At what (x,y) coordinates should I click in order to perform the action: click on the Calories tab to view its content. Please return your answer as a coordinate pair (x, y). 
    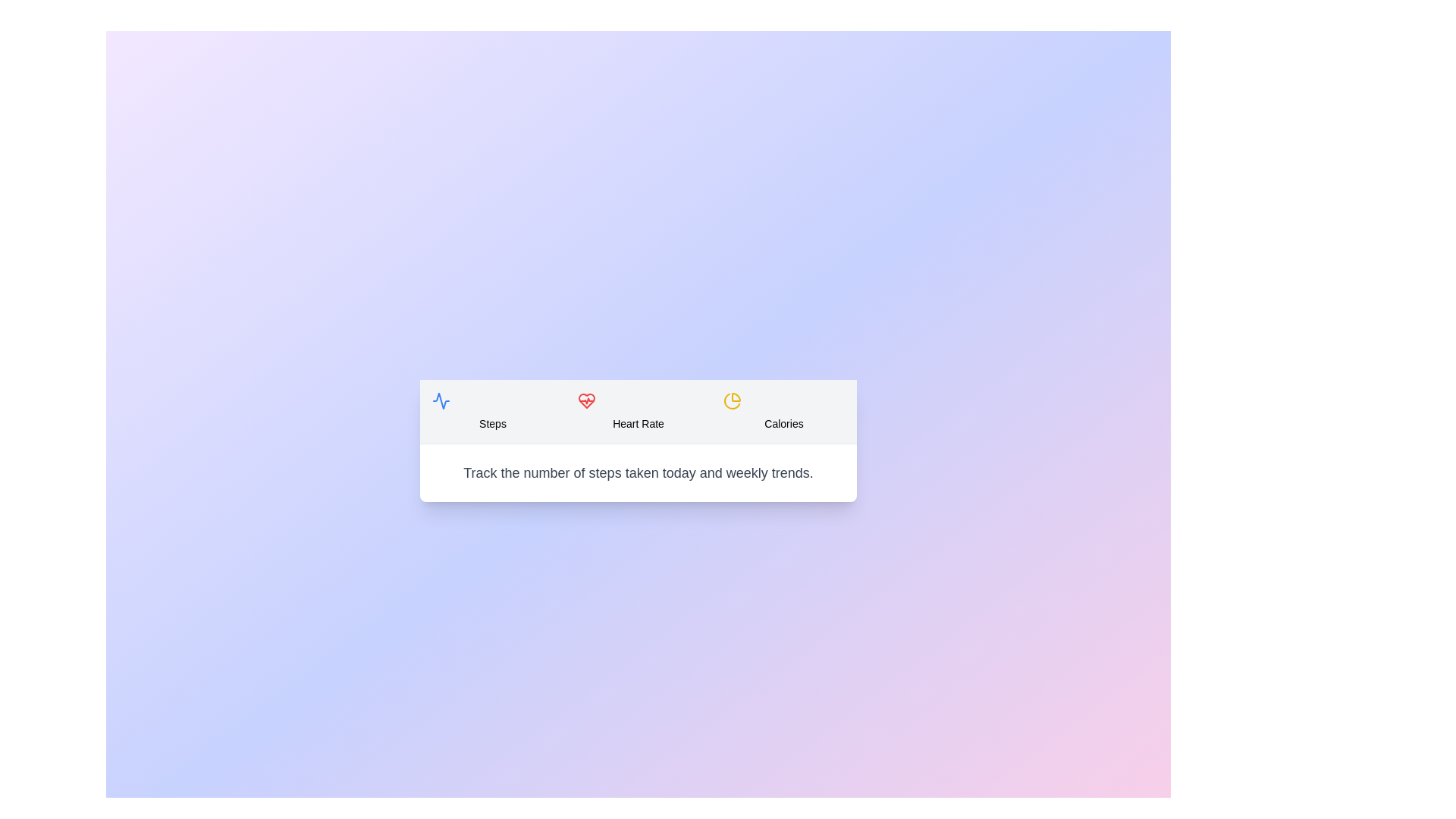
    Looking at the image, I should click on (783, 411).